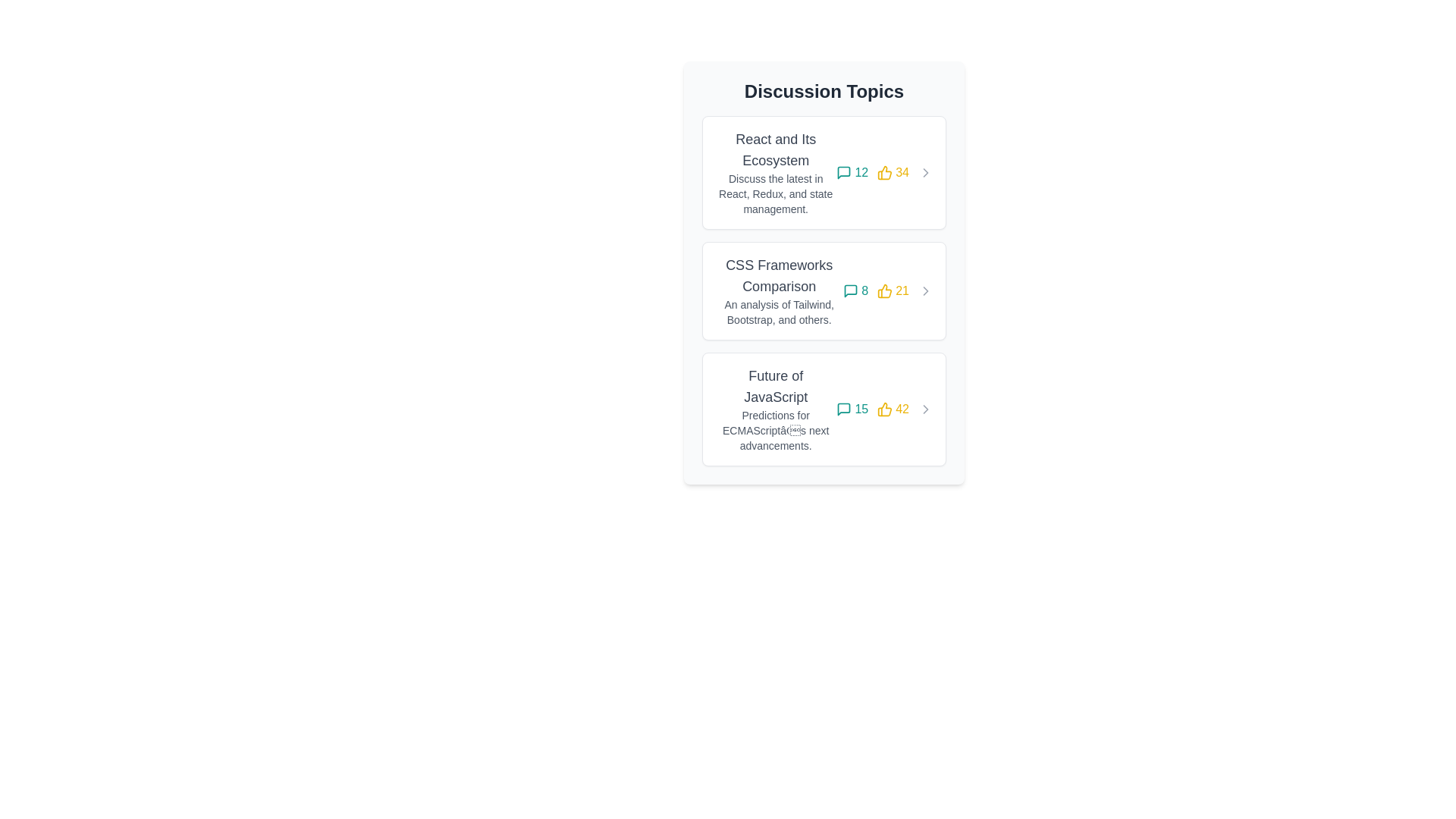  I want to click on the second card in the vertically stacked list of discussion topics, so click(823, 291).